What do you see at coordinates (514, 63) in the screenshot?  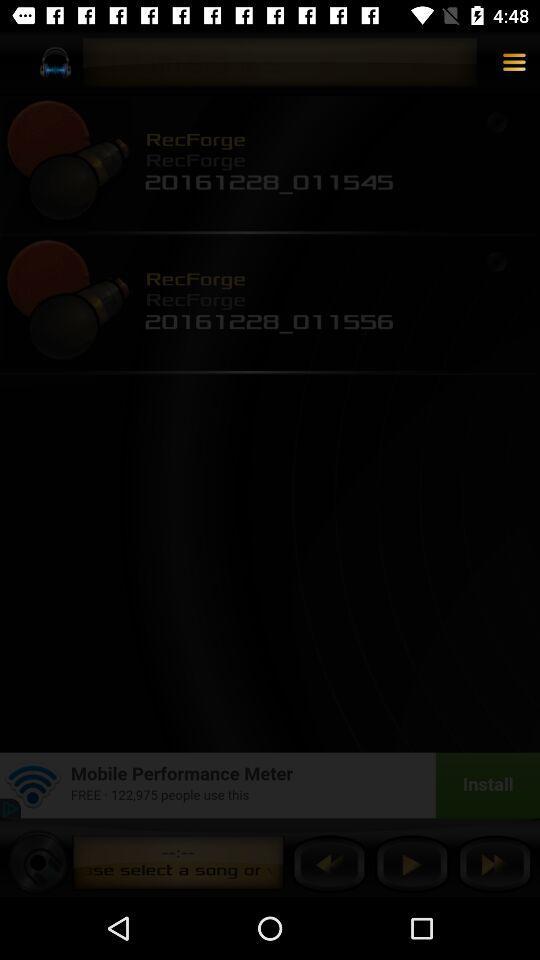 I see `three horizontal lines on the top right corner of the web page` at bounding box center [514, 63].